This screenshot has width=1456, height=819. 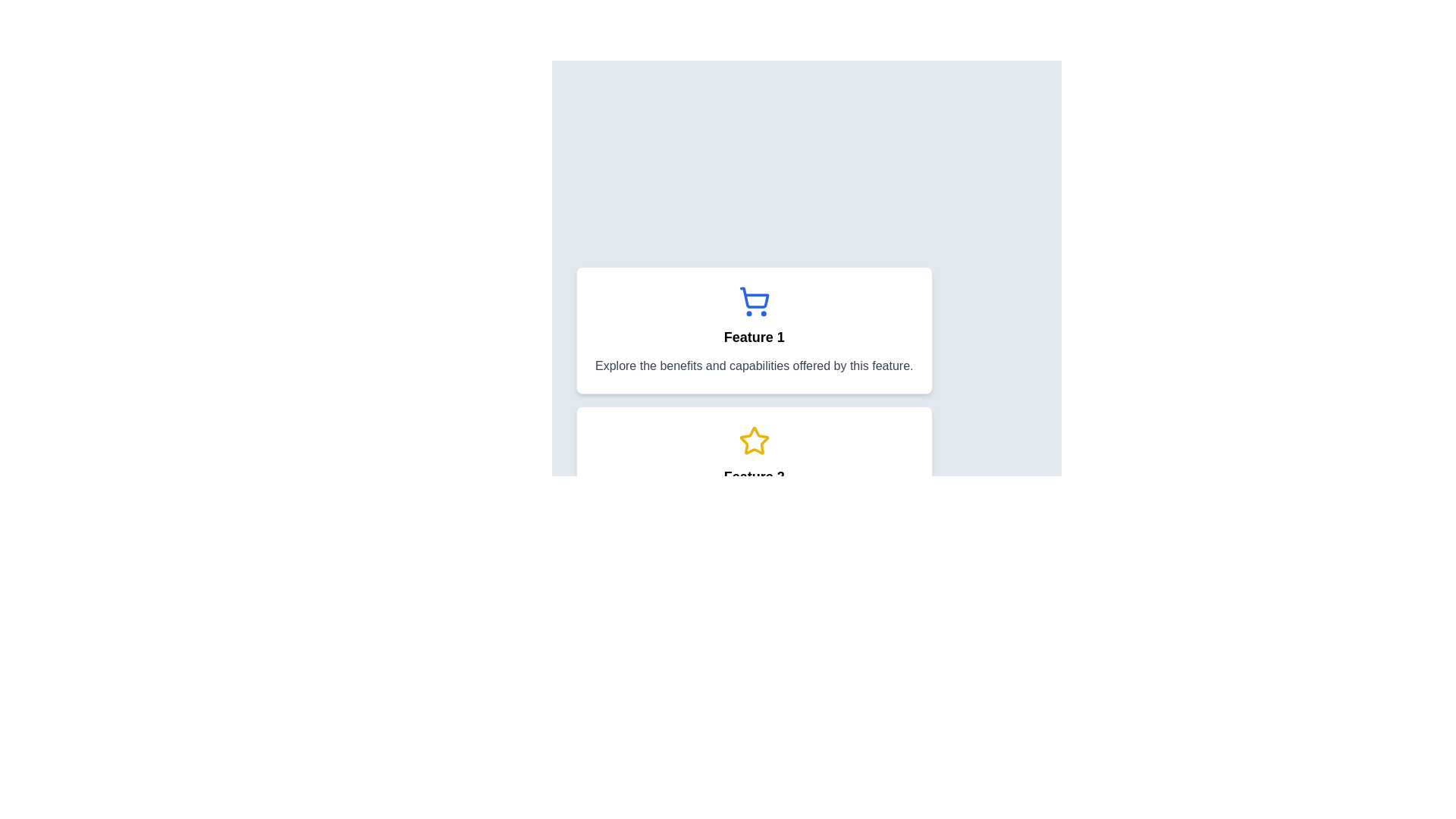 What do you see at coordinates (754, 441) in the screenshot?
I see `the star-shaped icon with a yellow outline located at the top-center of the 'Feature 2' card` at bounding box center [754, 441].